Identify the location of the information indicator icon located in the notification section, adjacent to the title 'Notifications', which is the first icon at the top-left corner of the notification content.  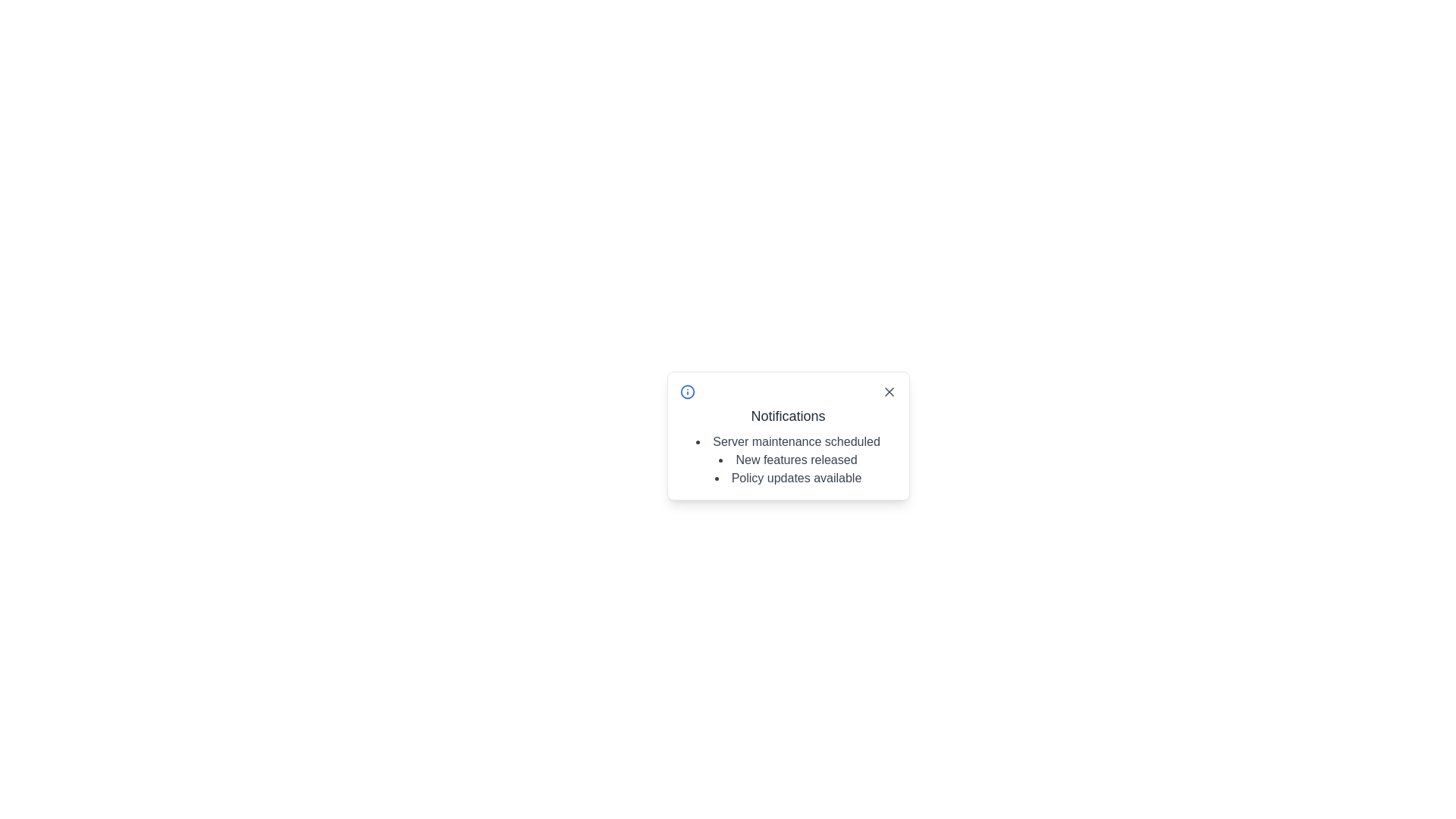
(686, 391).